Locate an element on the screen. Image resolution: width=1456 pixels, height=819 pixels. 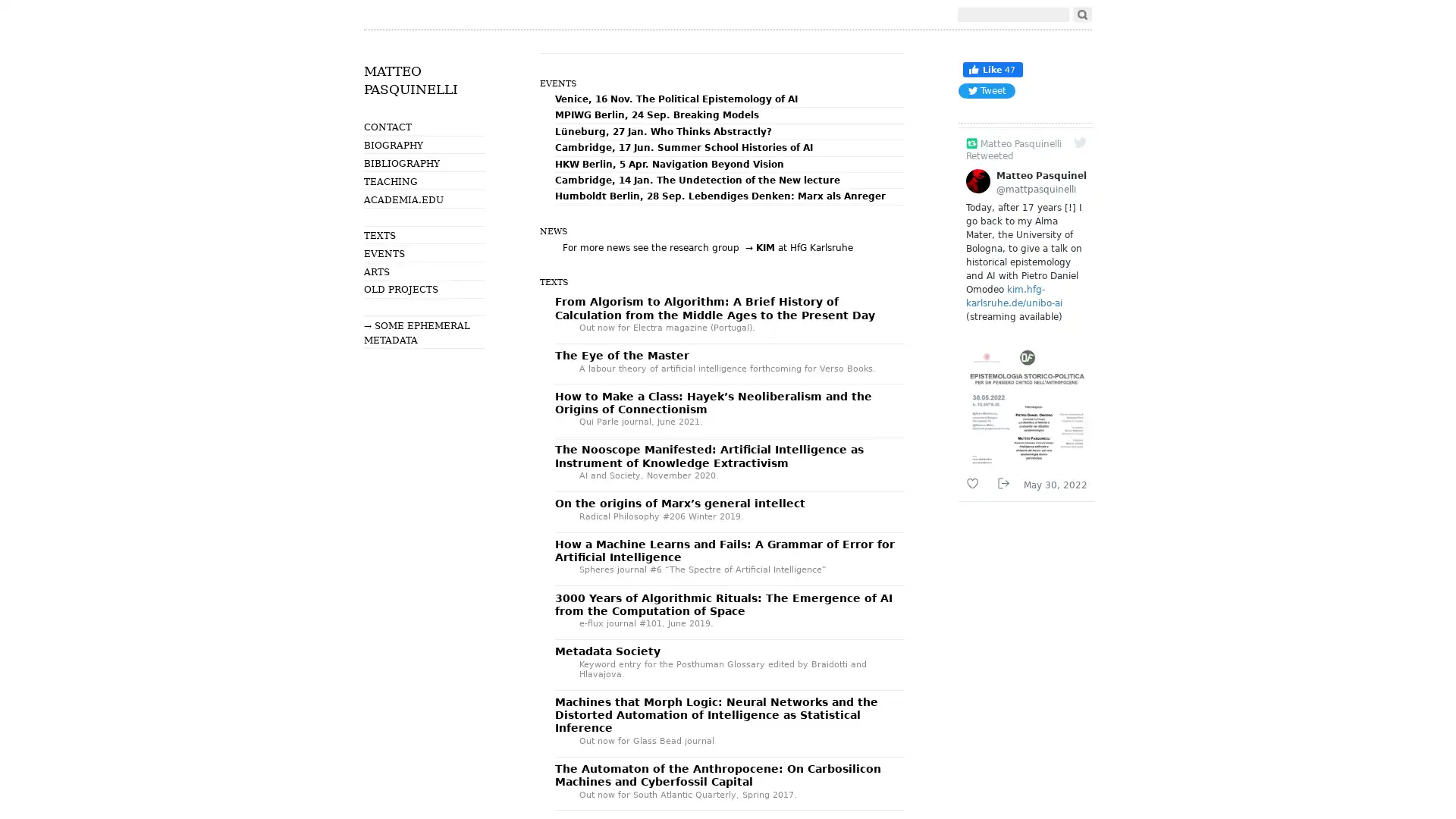
Go is located at coordinates (1081, 14).